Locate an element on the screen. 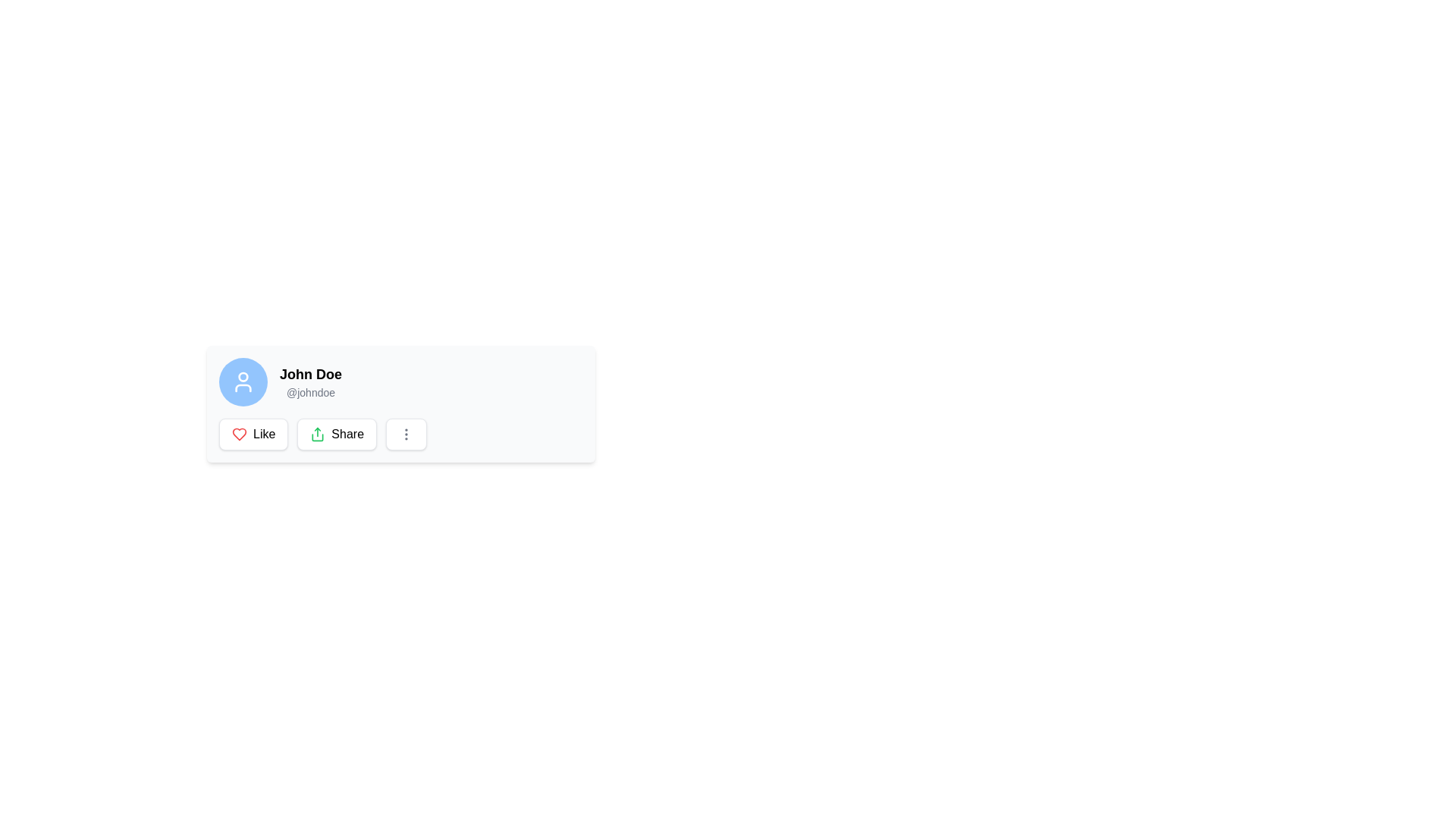 Image resolution: width=1456 pixels, height=819 pixels. the heart icon located to the left of the 'Like' button is located at coordinates (239, 435).